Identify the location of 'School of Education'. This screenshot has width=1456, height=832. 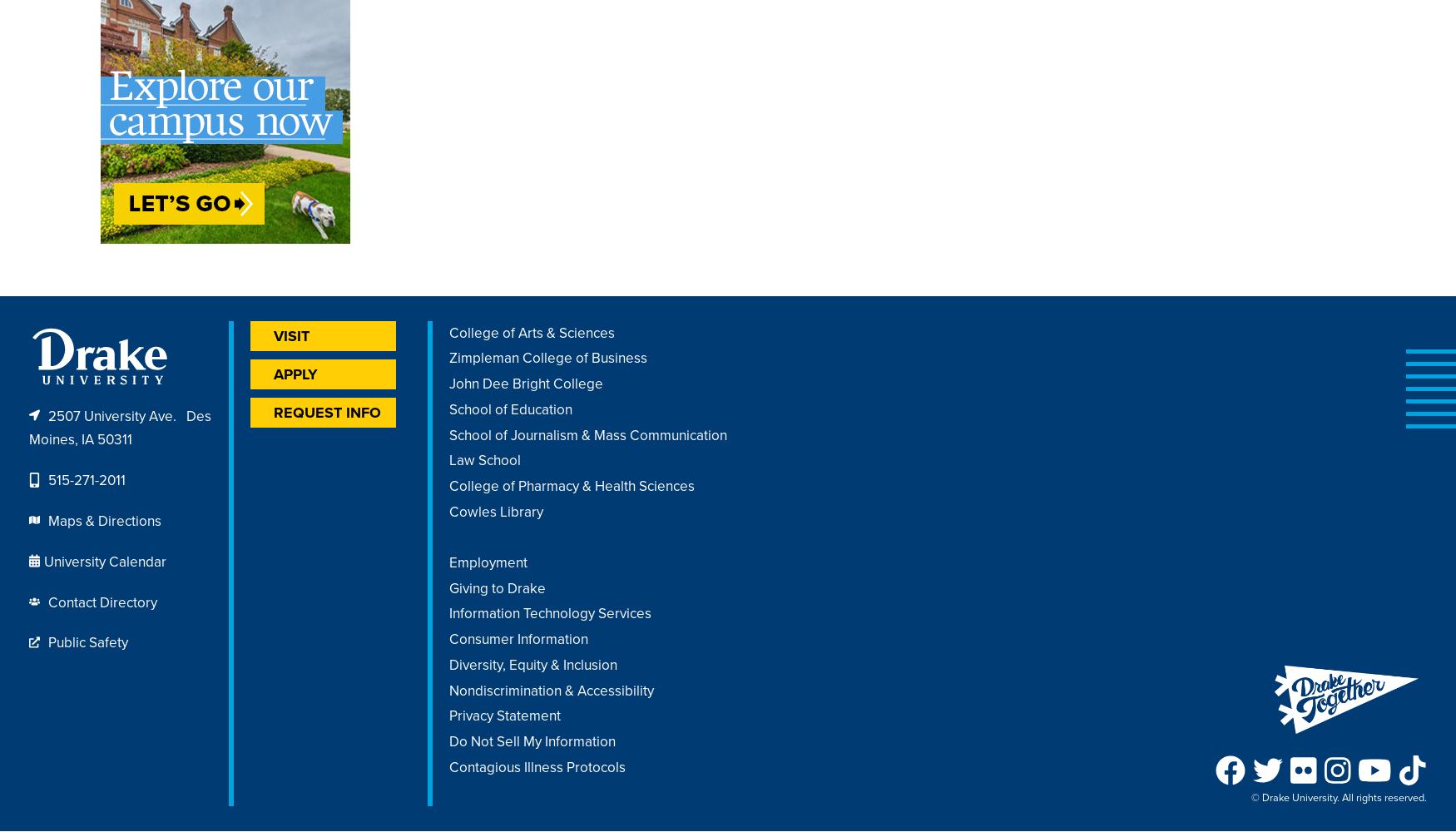
(448, 408).